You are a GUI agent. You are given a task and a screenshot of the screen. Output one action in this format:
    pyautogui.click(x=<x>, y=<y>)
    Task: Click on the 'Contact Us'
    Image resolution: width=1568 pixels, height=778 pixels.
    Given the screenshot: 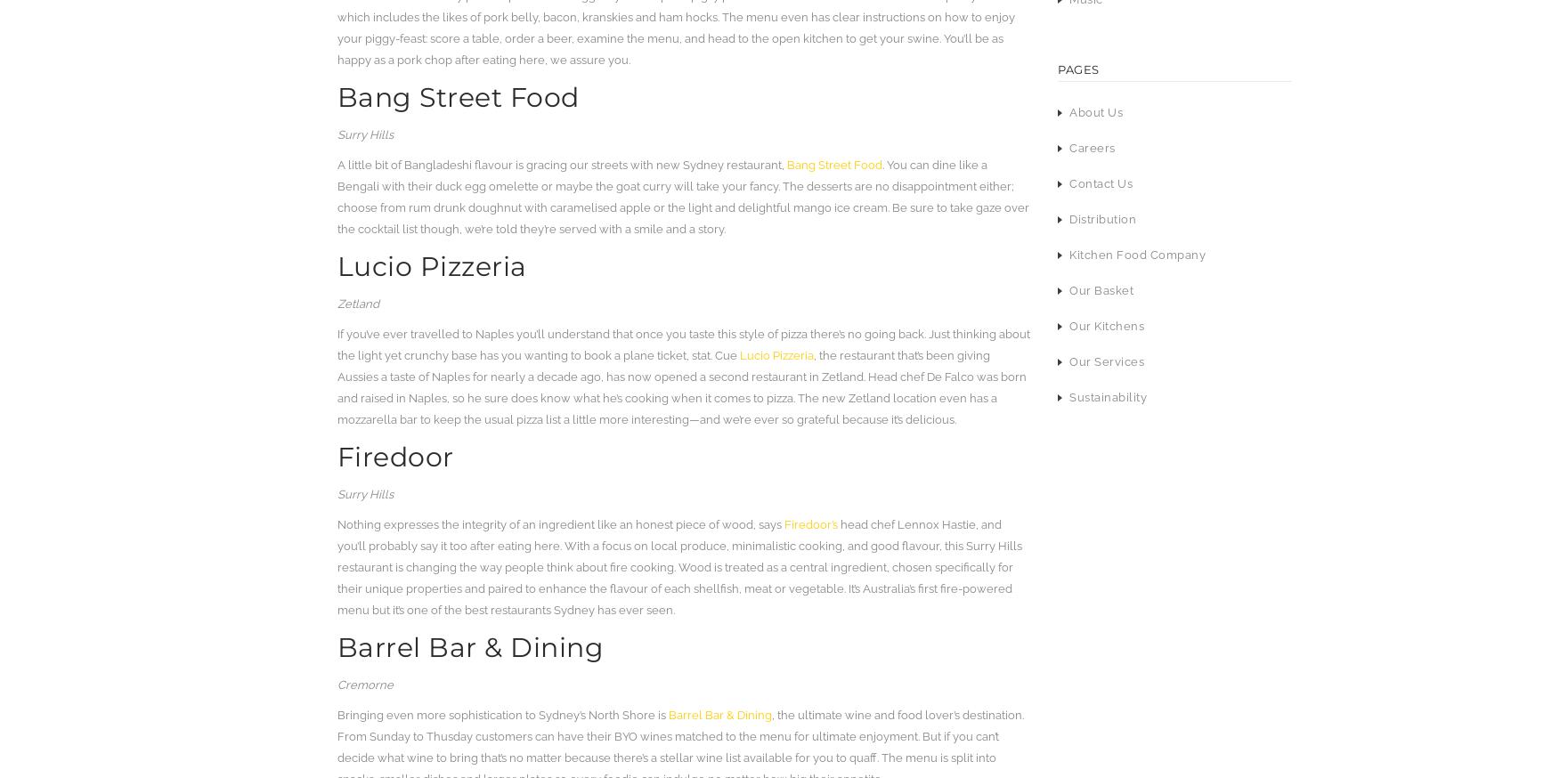 What is the action you would take?
    pyautogui.click(x=1101, y=182)
    